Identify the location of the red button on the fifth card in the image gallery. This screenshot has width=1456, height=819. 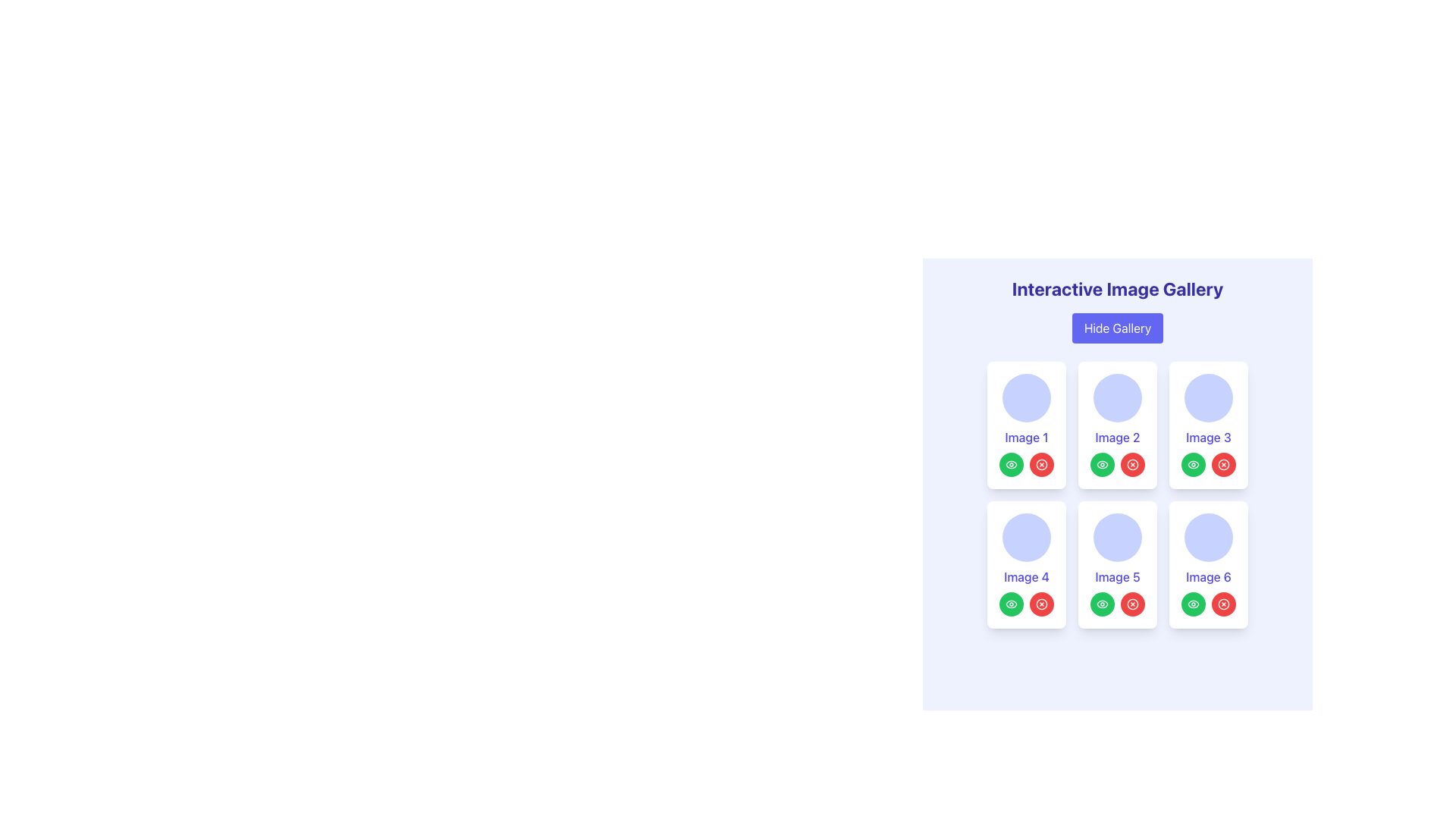
(1117, 564).